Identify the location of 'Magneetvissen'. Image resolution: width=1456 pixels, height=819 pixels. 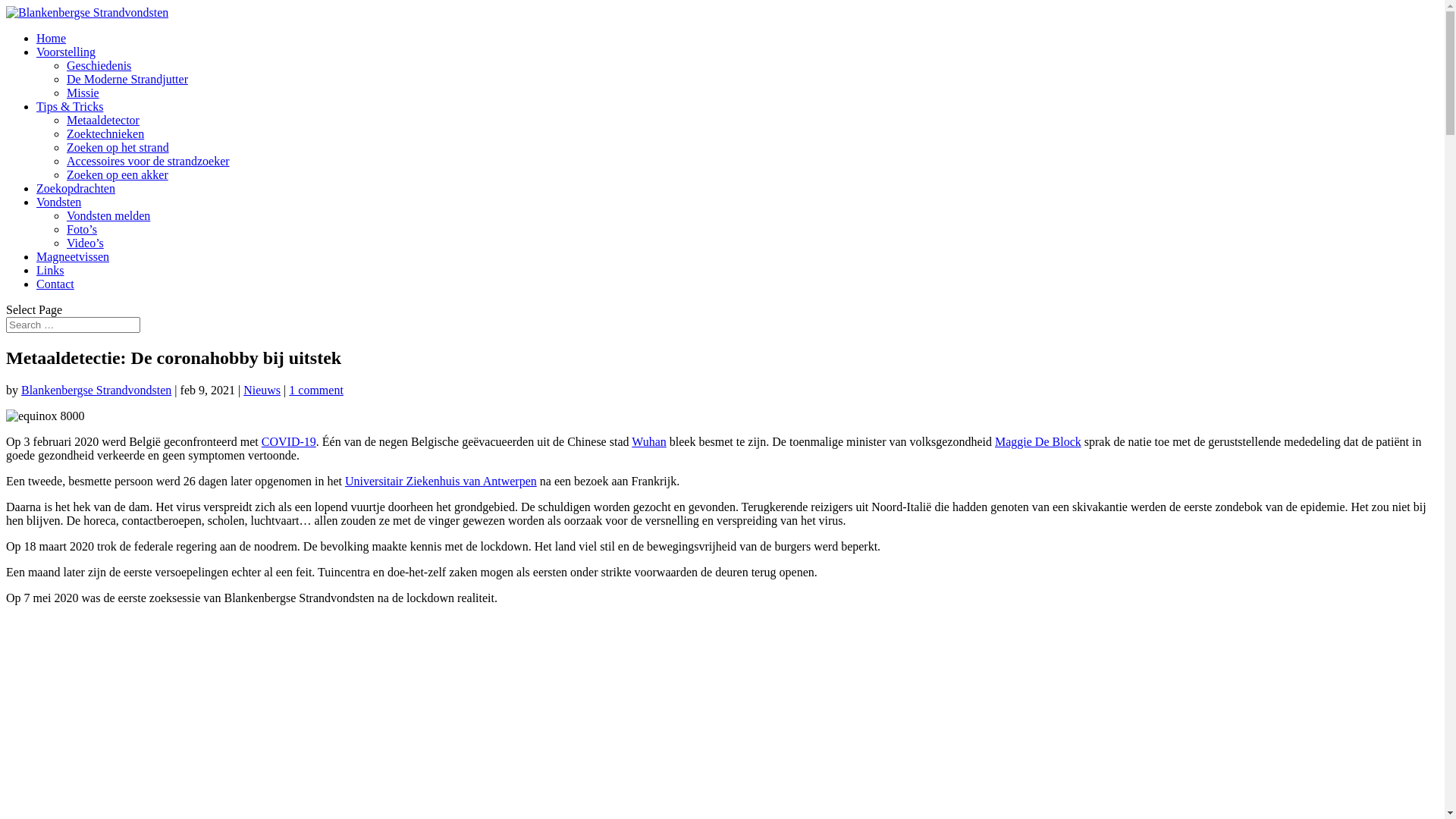
(72, 256).